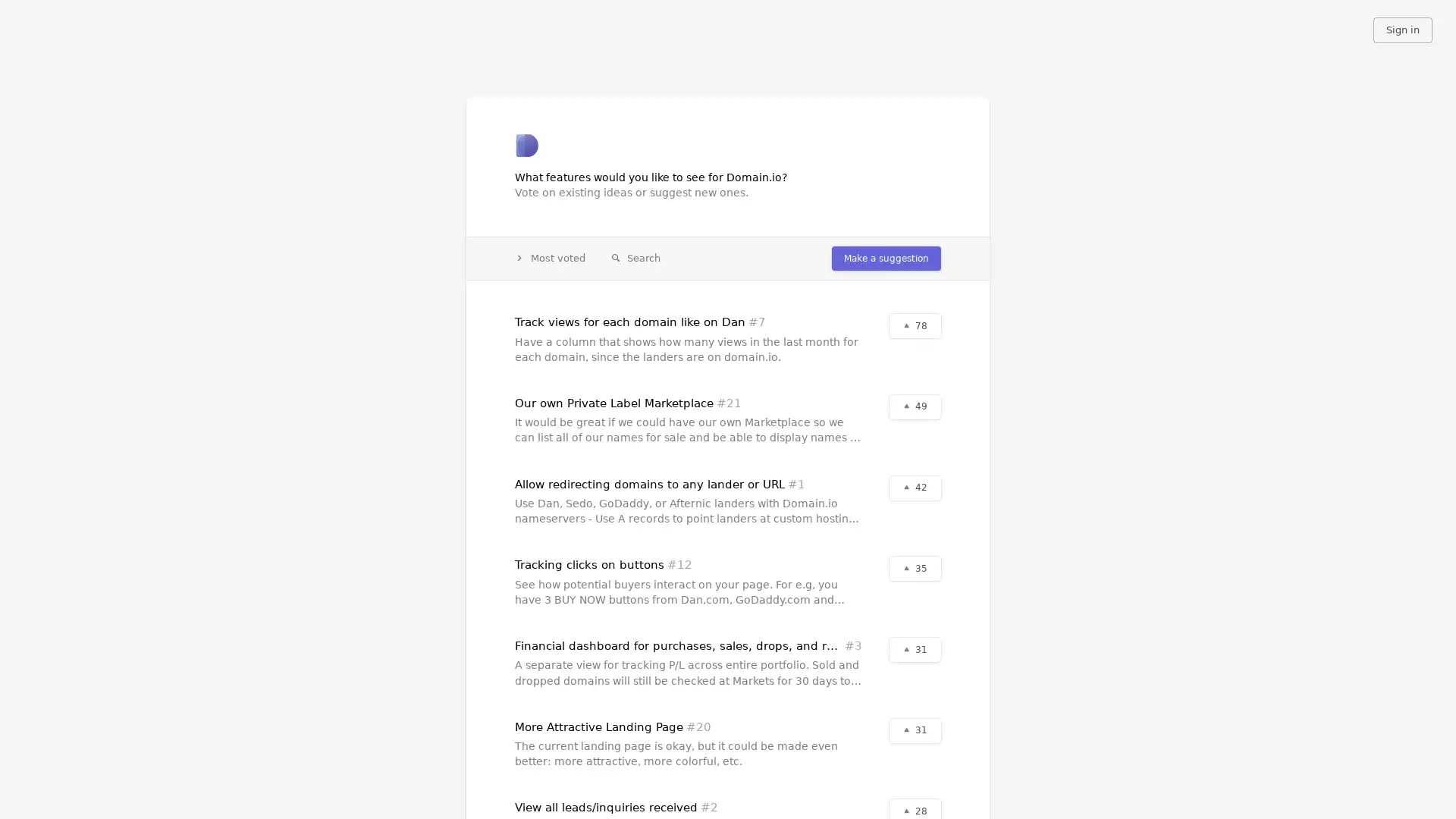  Describe the element at coordinates (914, 325) in the screenshot. I see `78` at that location.